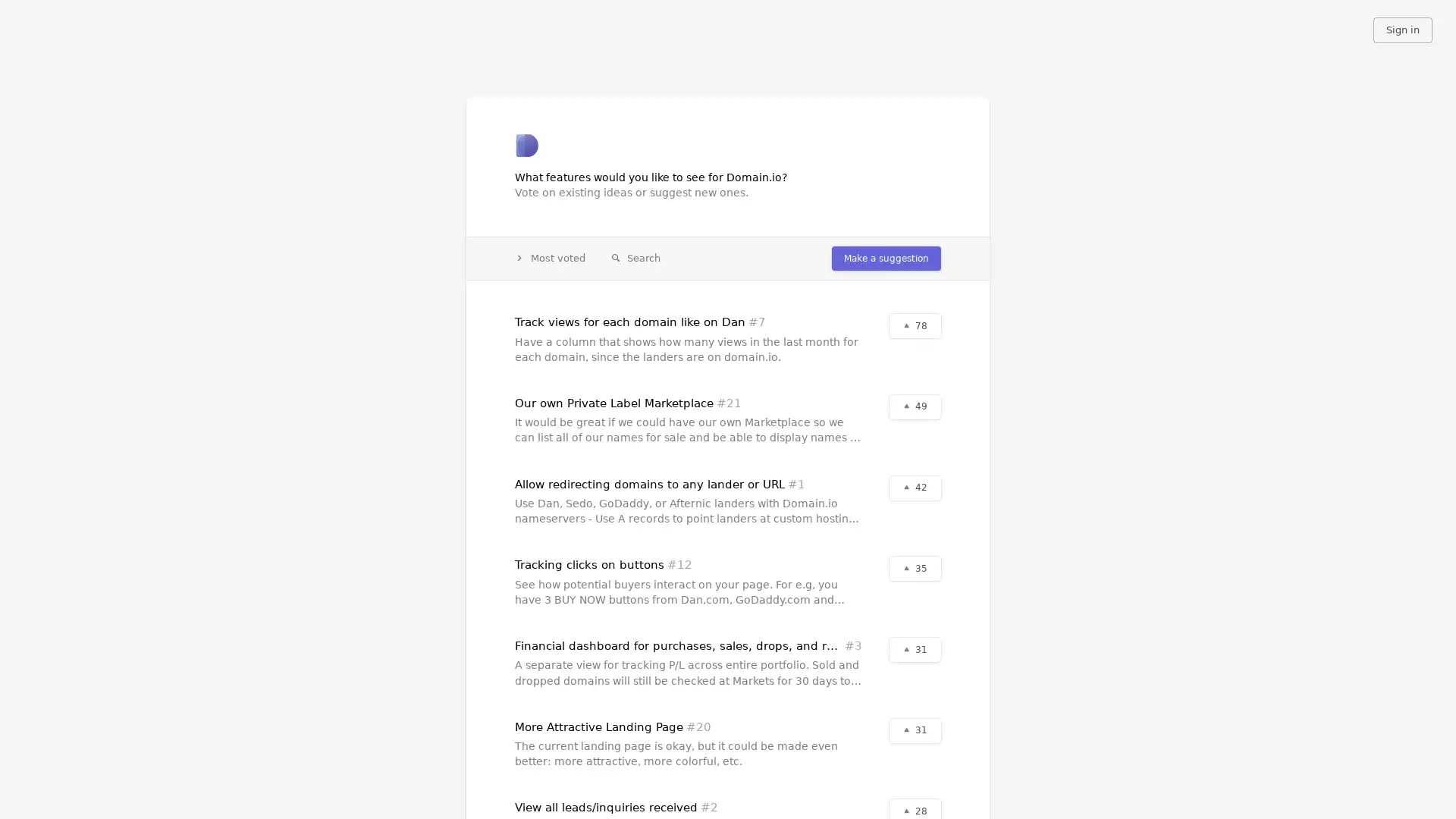  Describe the element at coordinates (914, 325) in the screenshot. I see `78` at that location.